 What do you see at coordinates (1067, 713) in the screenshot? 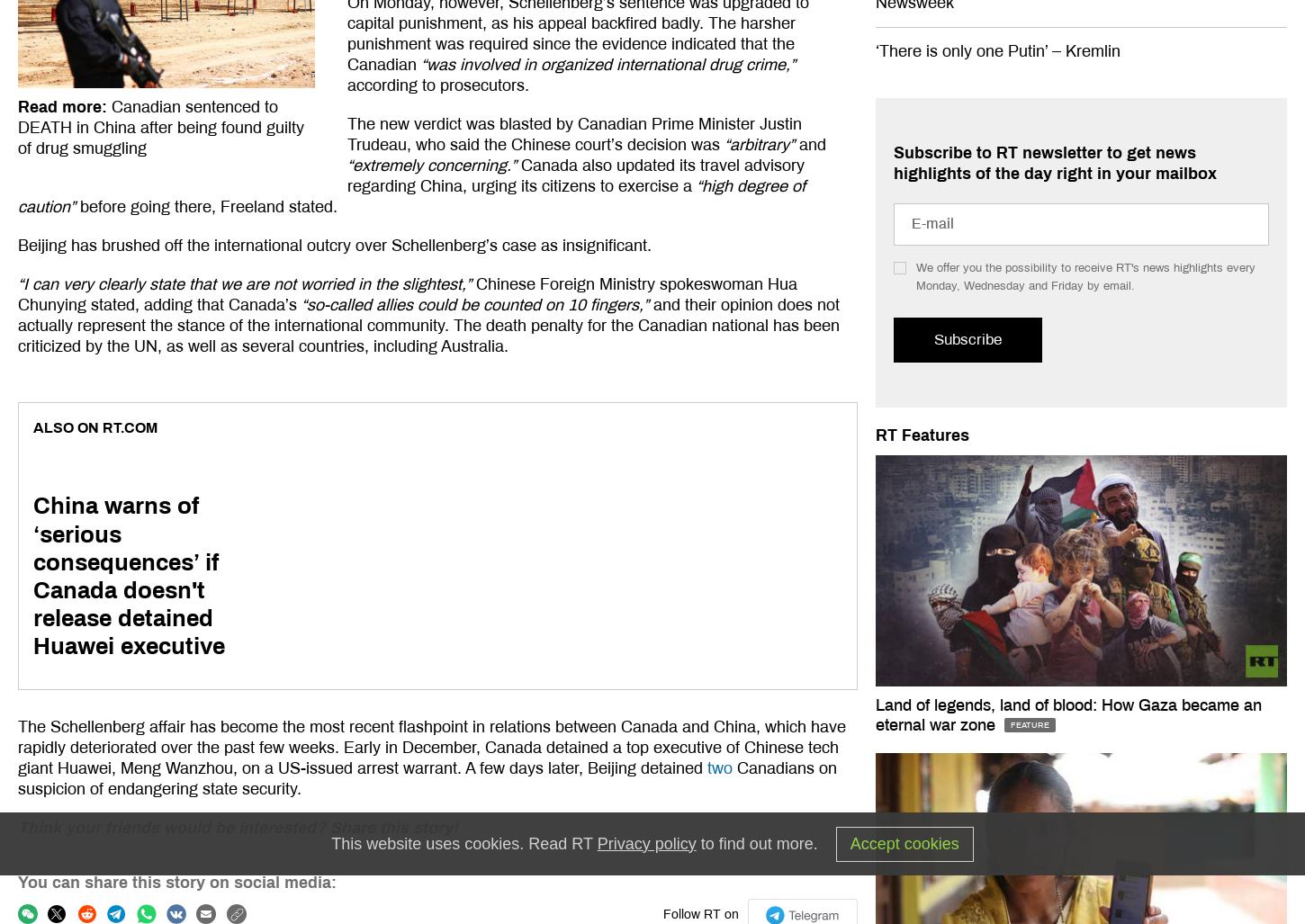
I see `'Land of legends, land of blood: How Gaza became an eternal war zone'` at bounding box center [1067, 713].